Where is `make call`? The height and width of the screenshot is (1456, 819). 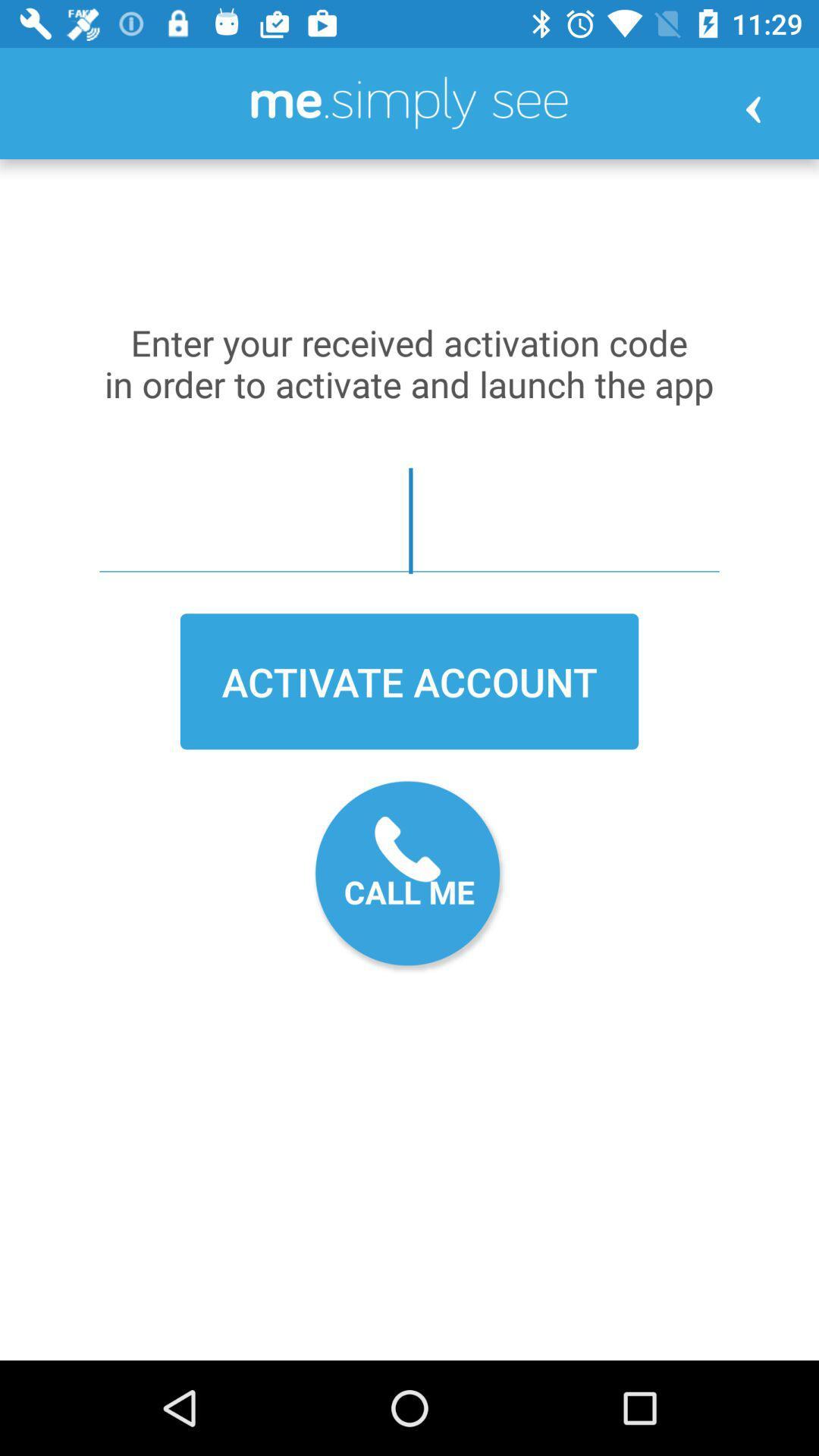 make call is located at coordinates (409, 877).